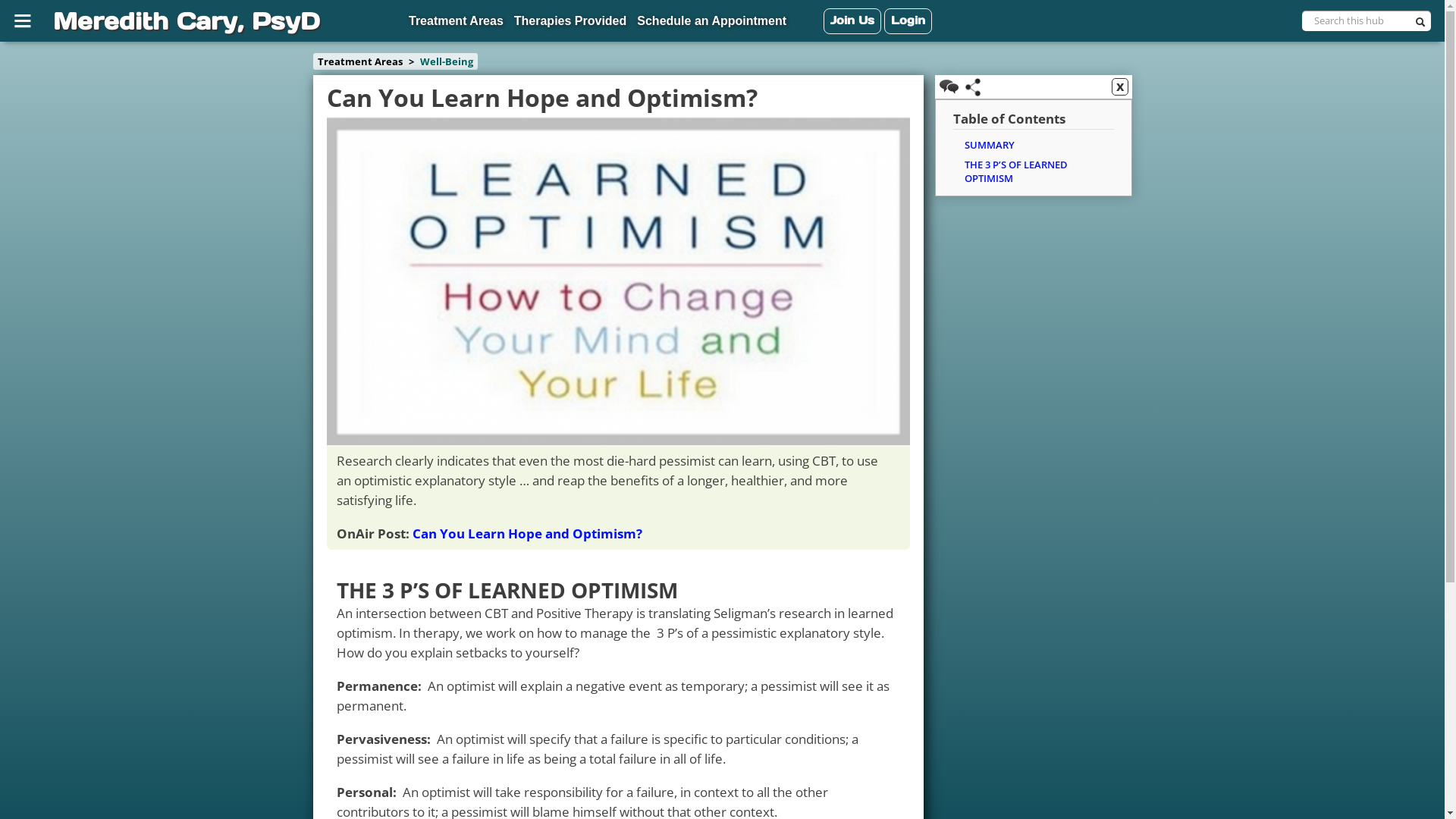  I want to click on 'Site Map', so click(25, 20).